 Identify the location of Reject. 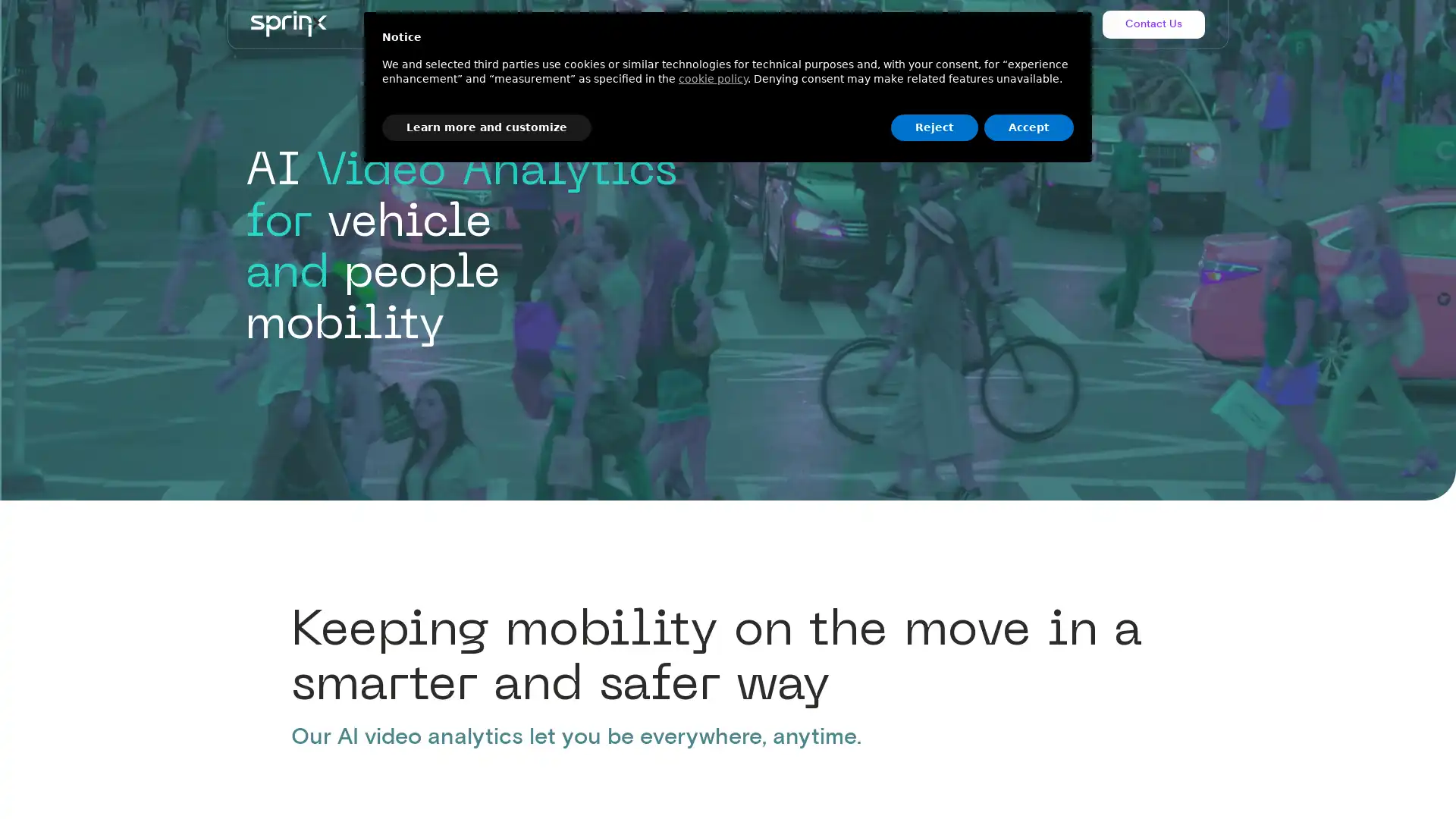
(934, 127).